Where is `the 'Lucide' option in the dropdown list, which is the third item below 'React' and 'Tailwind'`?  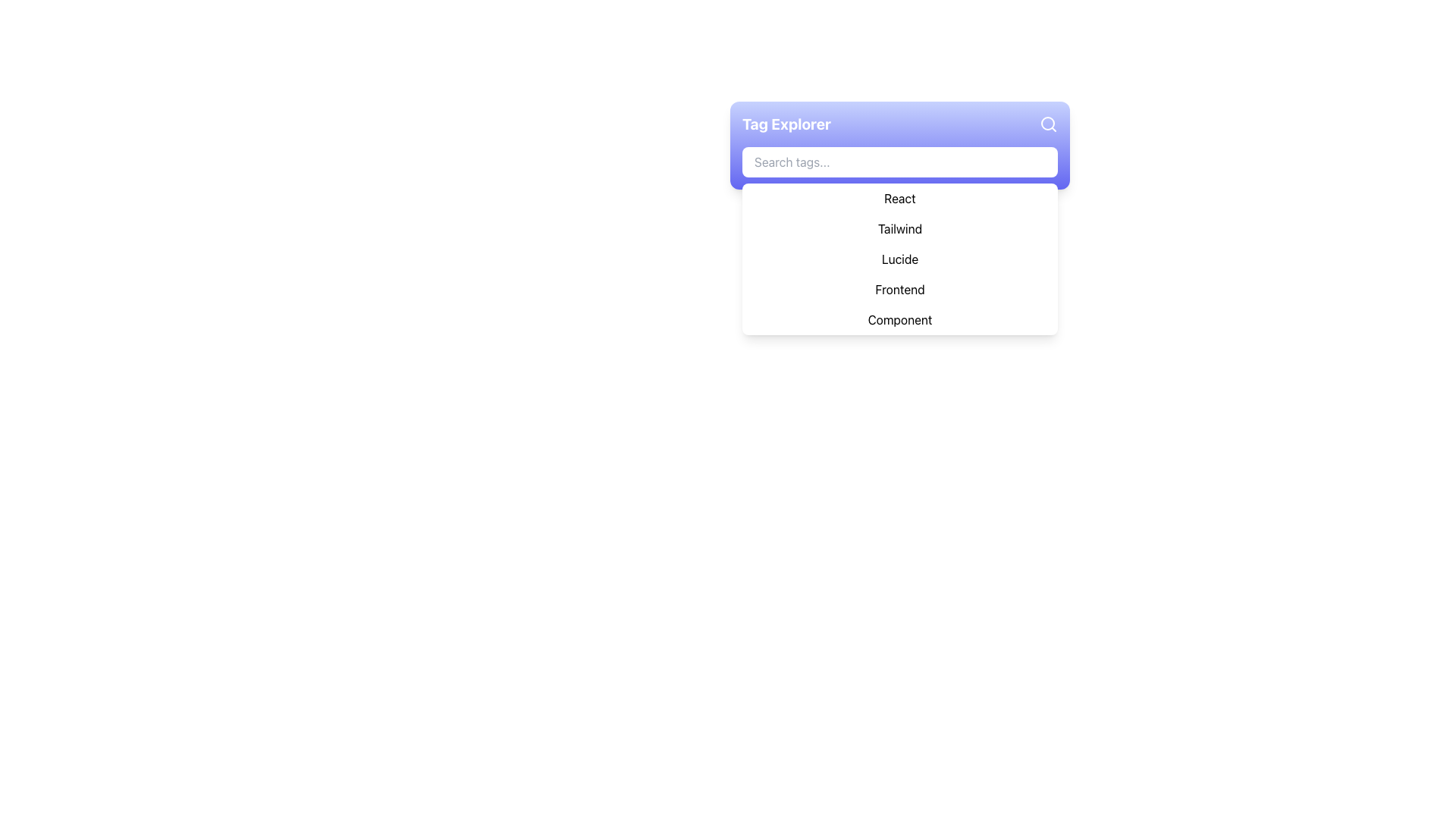 the 'Lucide' option in the dropdown list, which is the third item below 'React' and 'Tailwind' is located at coordinates (899, 259).